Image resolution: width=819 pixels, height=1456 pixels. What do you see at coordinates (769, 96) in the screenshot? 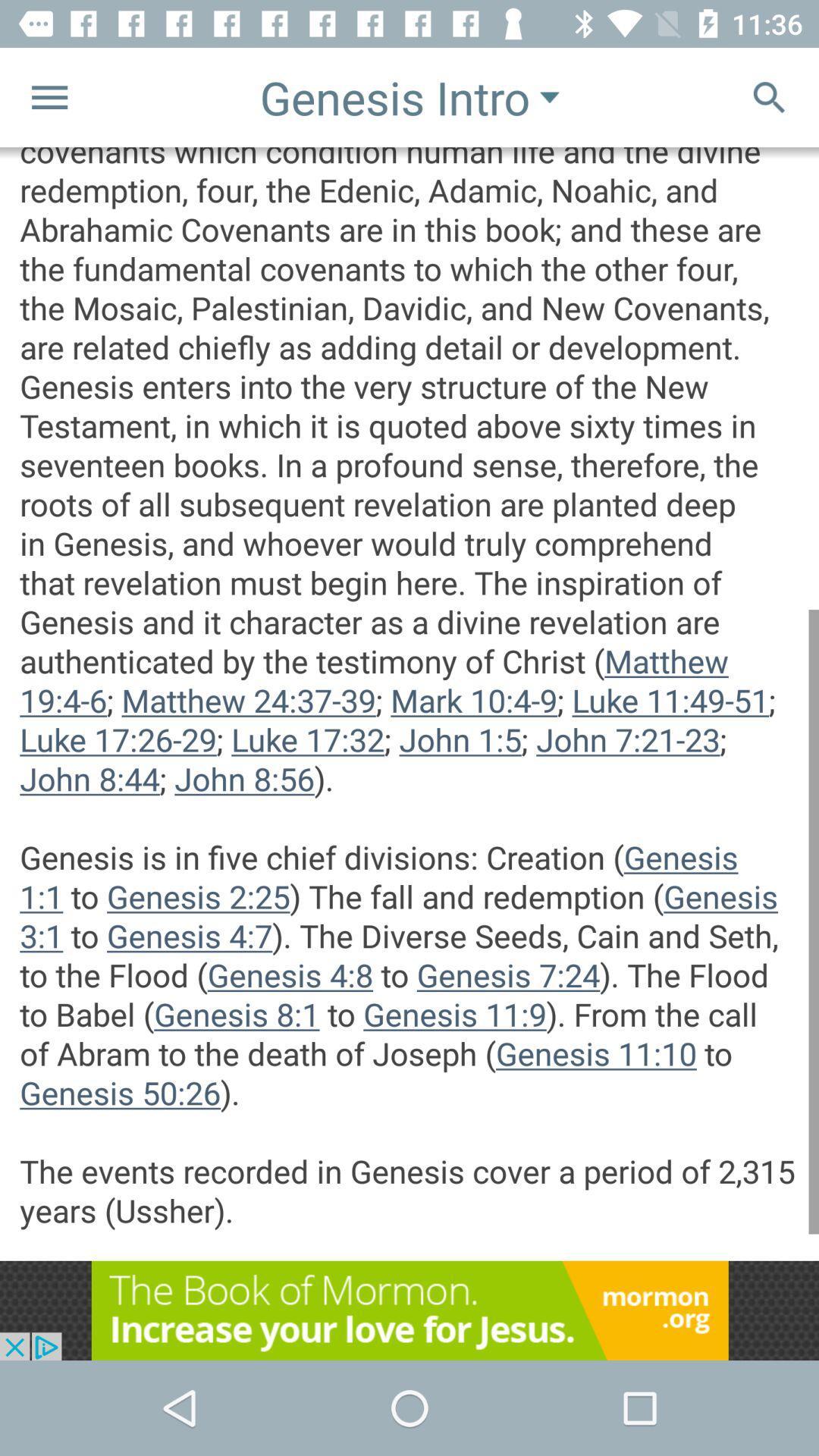
I see `the search icon` at bounding box center [769, 96].